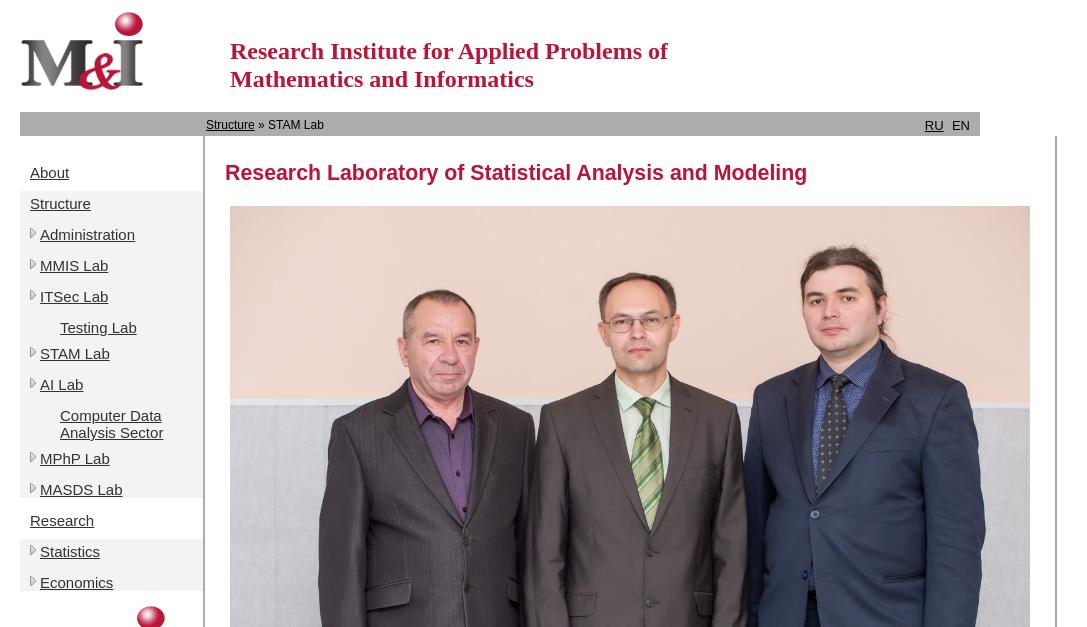 The width and height of the screenshot is (1087, 627). Describe the element at coordinates (30, 171) in the screenshot. I see `'About'` at that location.